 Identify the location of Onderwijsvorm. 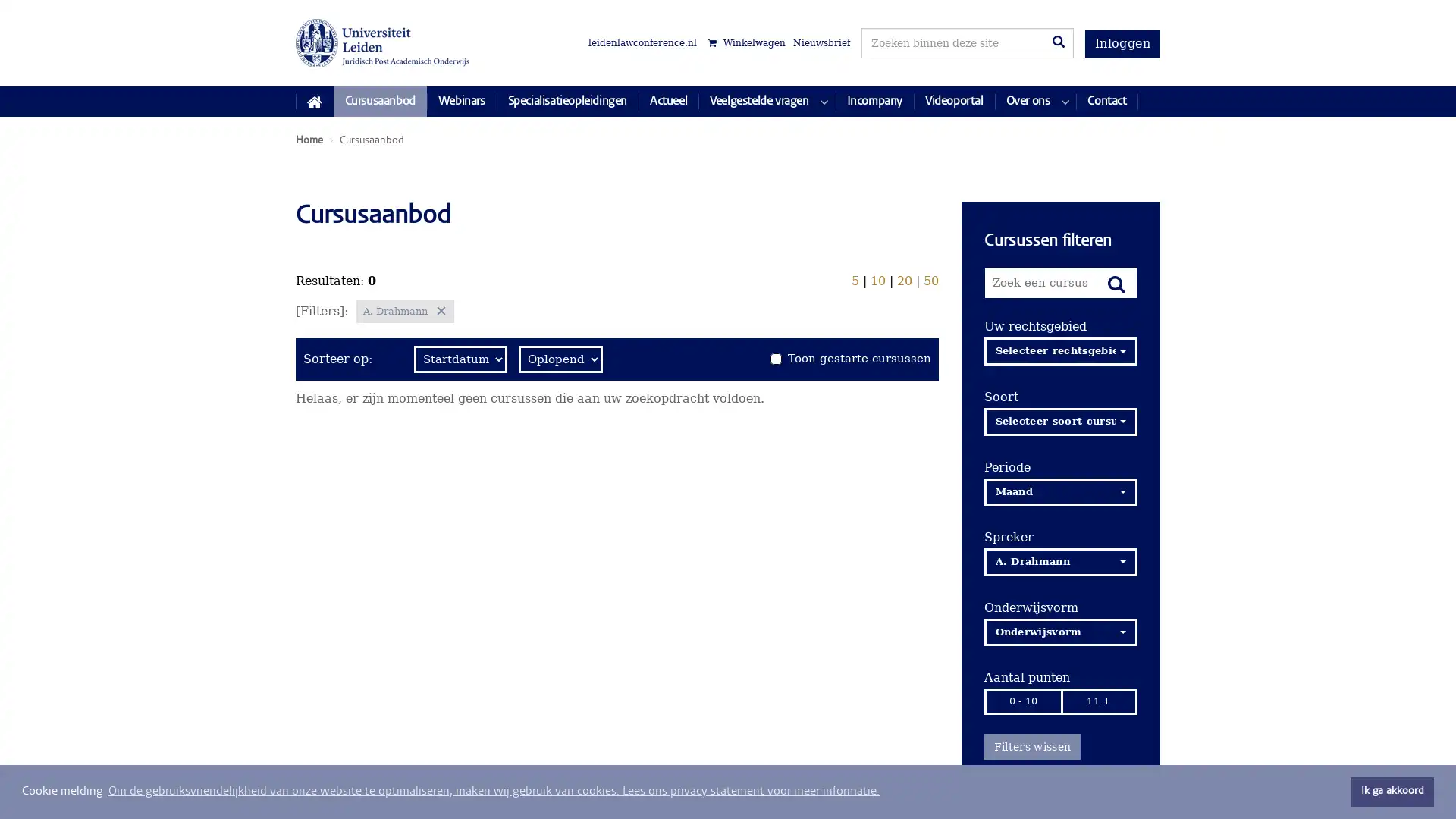
(1059, 632).